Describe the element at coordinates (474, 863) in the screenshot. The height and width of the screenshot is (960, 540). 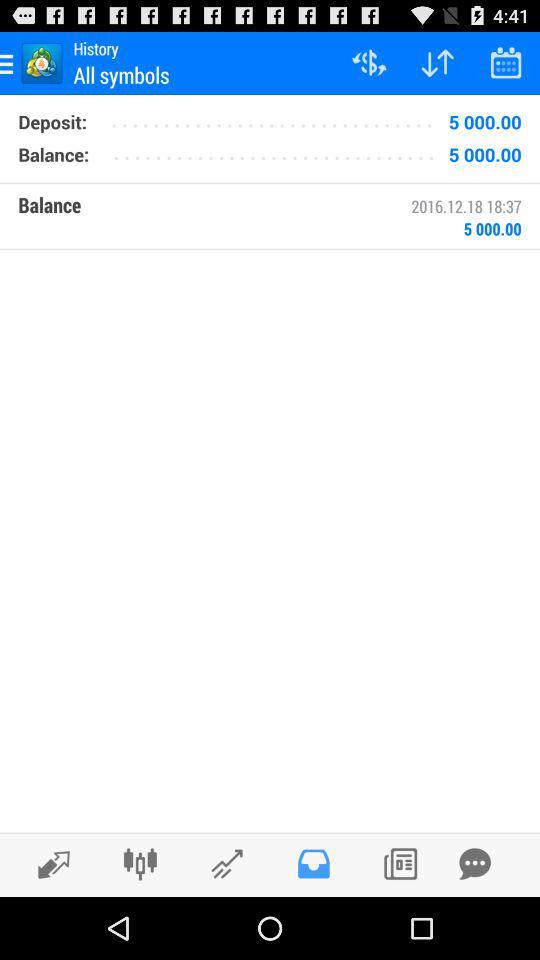
I see `backup data` at that location.